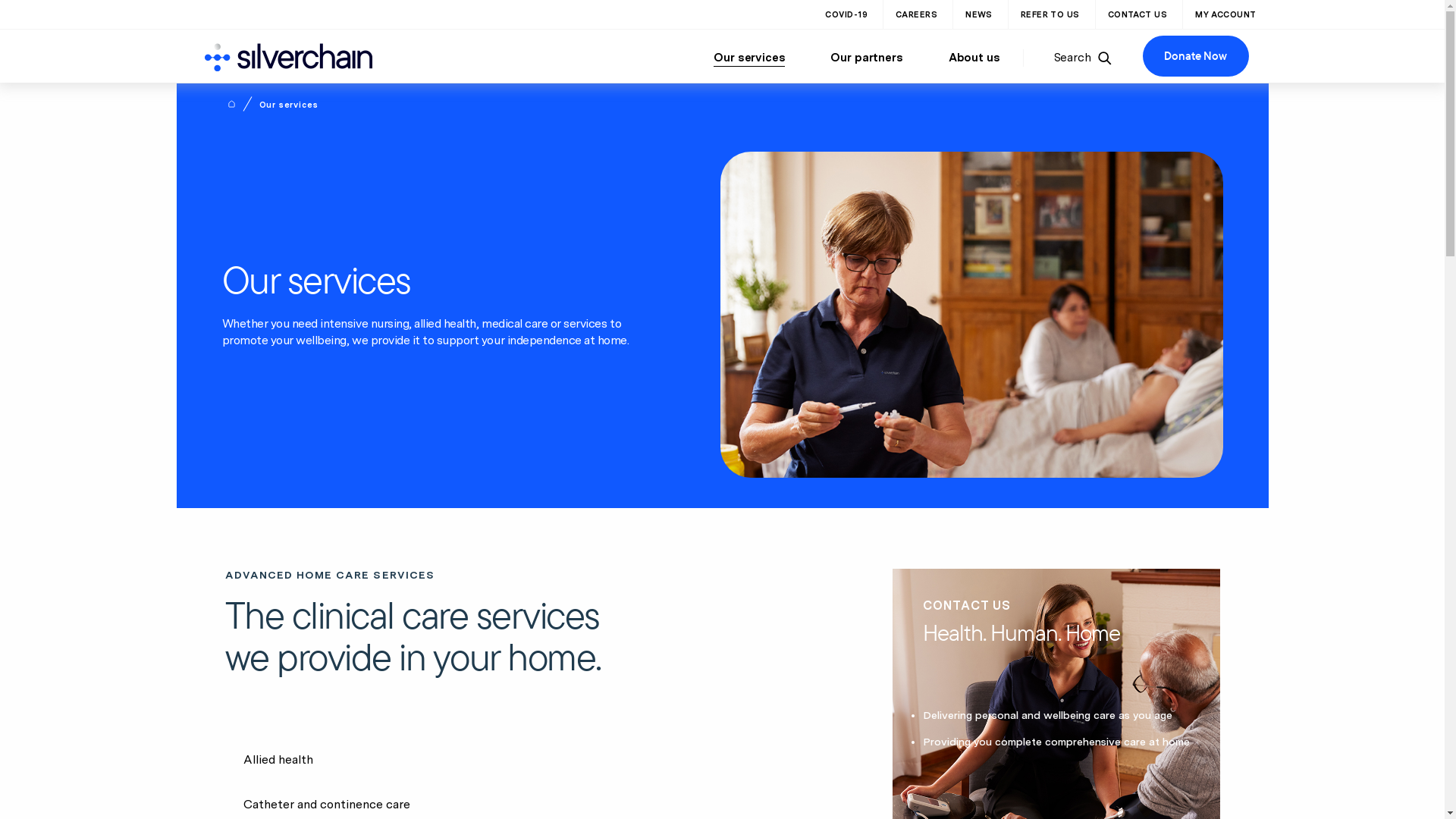 This screenshot has height=819, width=1456. What do you see at coordinates (1050, 14) in the screenshot?
I see `'REFER TO US'` at bounding box center [1050, 14].